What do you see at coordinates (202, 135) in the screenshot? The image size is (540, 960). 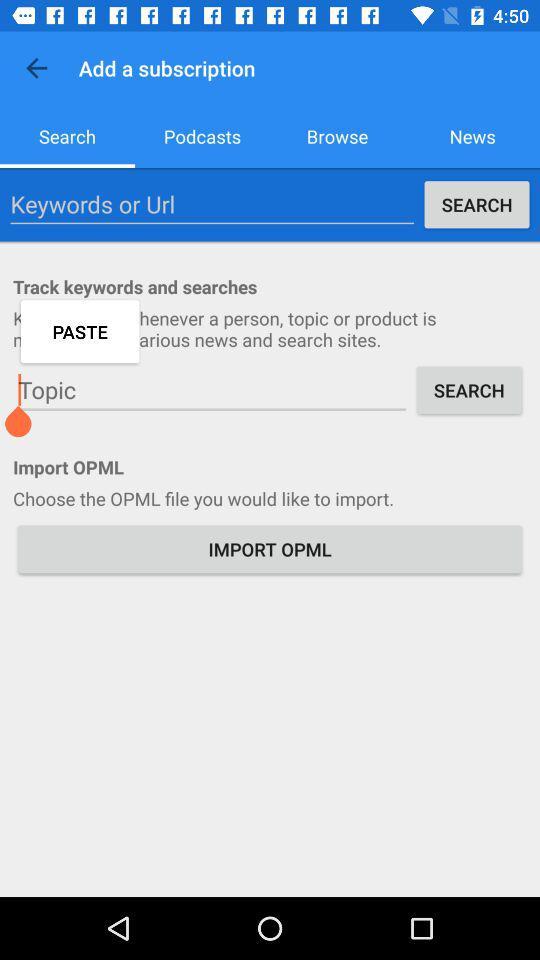 I see `icon to the left of the browse item` at bounding box center [202, 135].